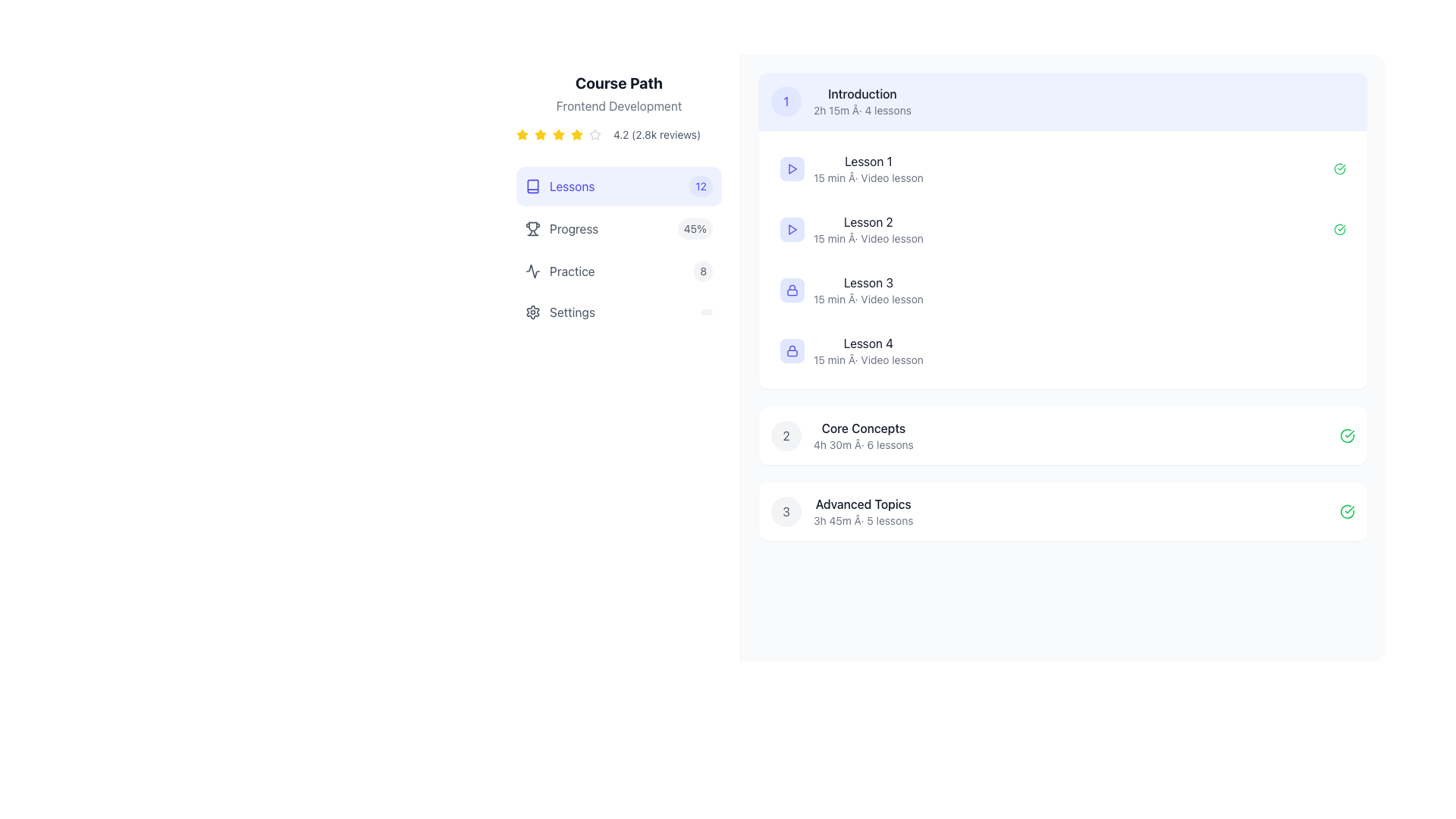 The image size is (1456, 819). Describe the element at coordinates (532, 312) in the screenshot. I see `the gear icon located to the left of the 'Settings' text` at that location.